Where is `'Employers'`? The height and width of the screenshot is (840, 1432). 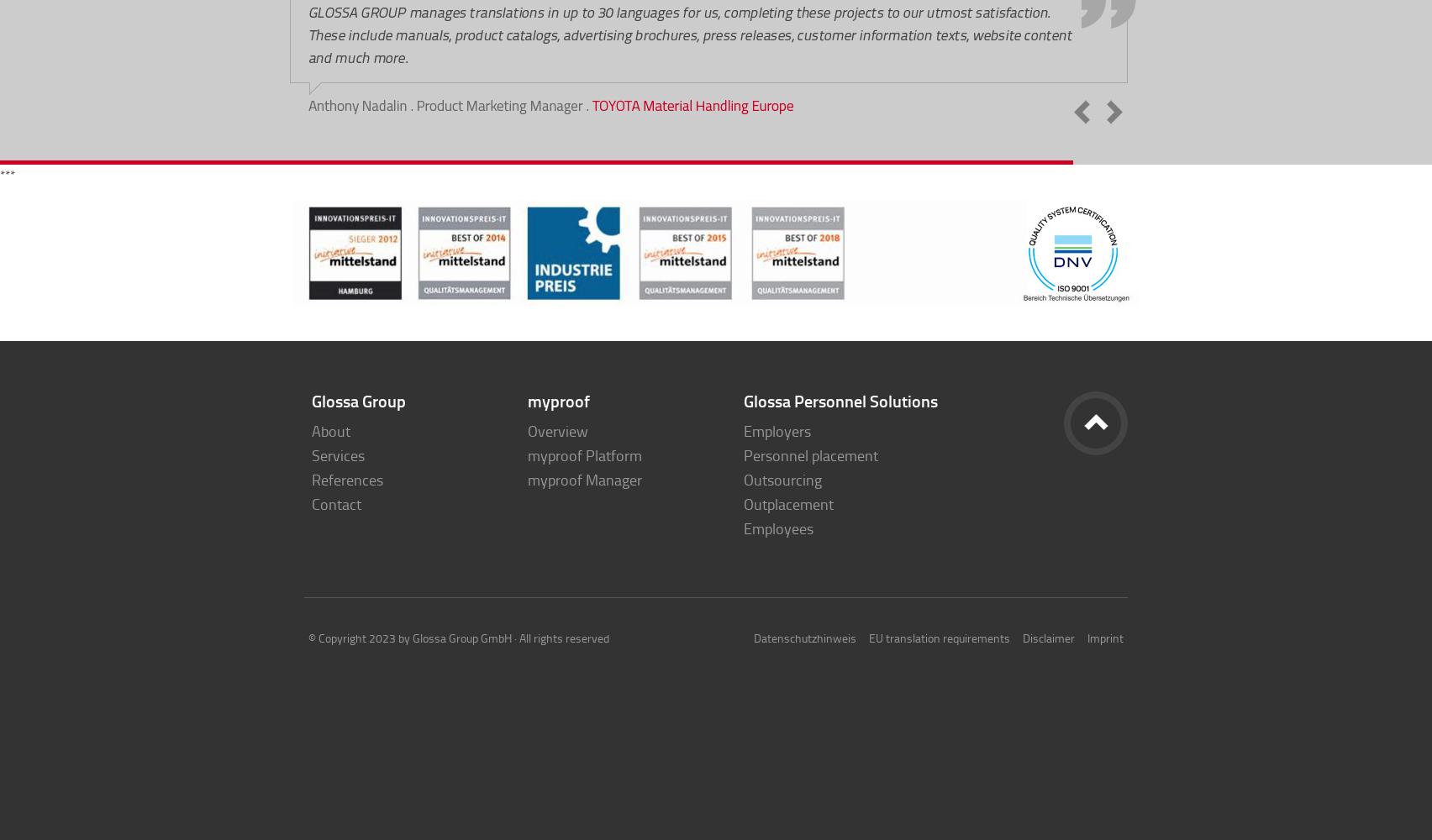
'Employers' is located at coordinates (777, 431).